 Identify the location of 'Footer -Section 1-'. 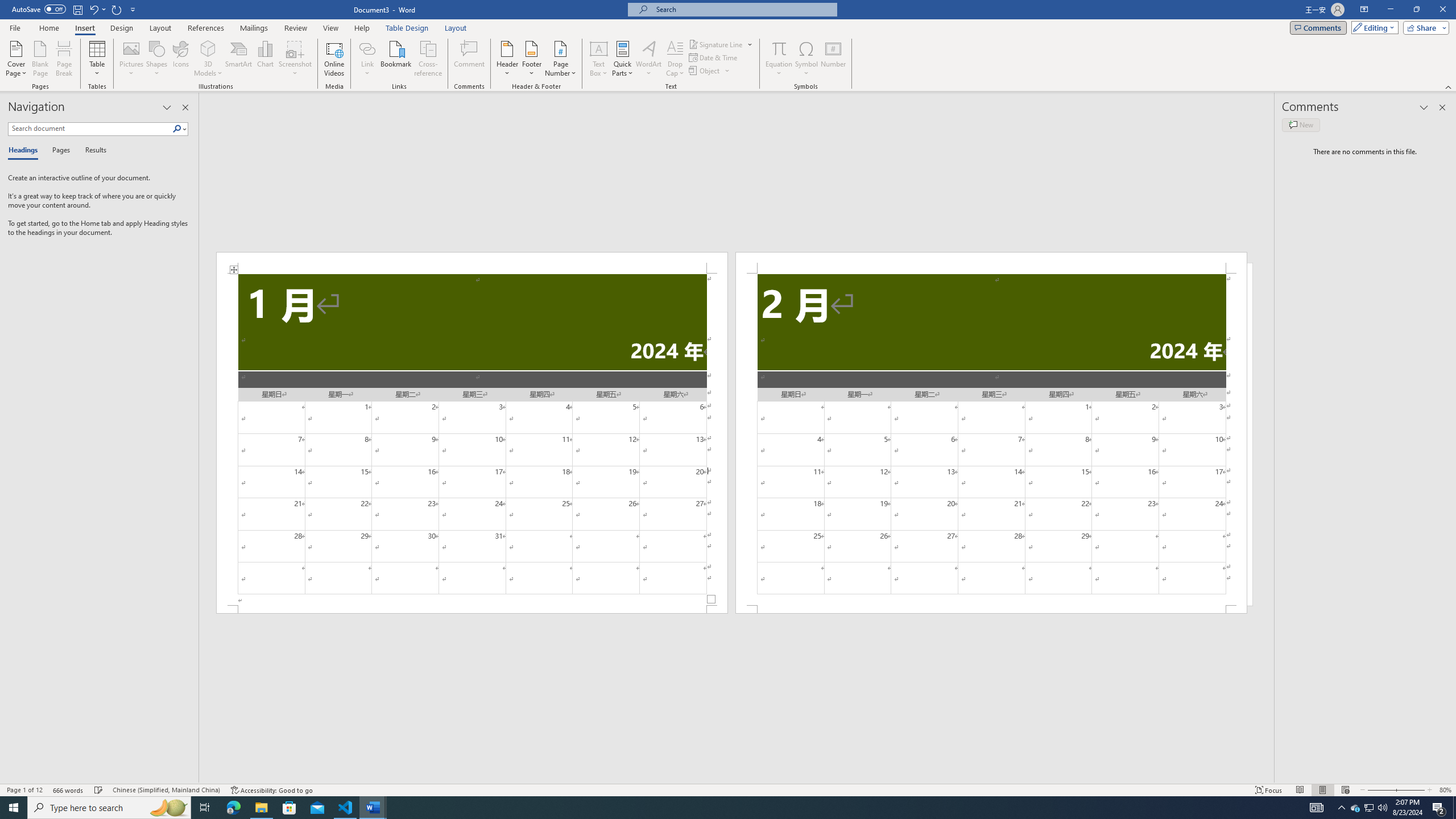
(471, 609).